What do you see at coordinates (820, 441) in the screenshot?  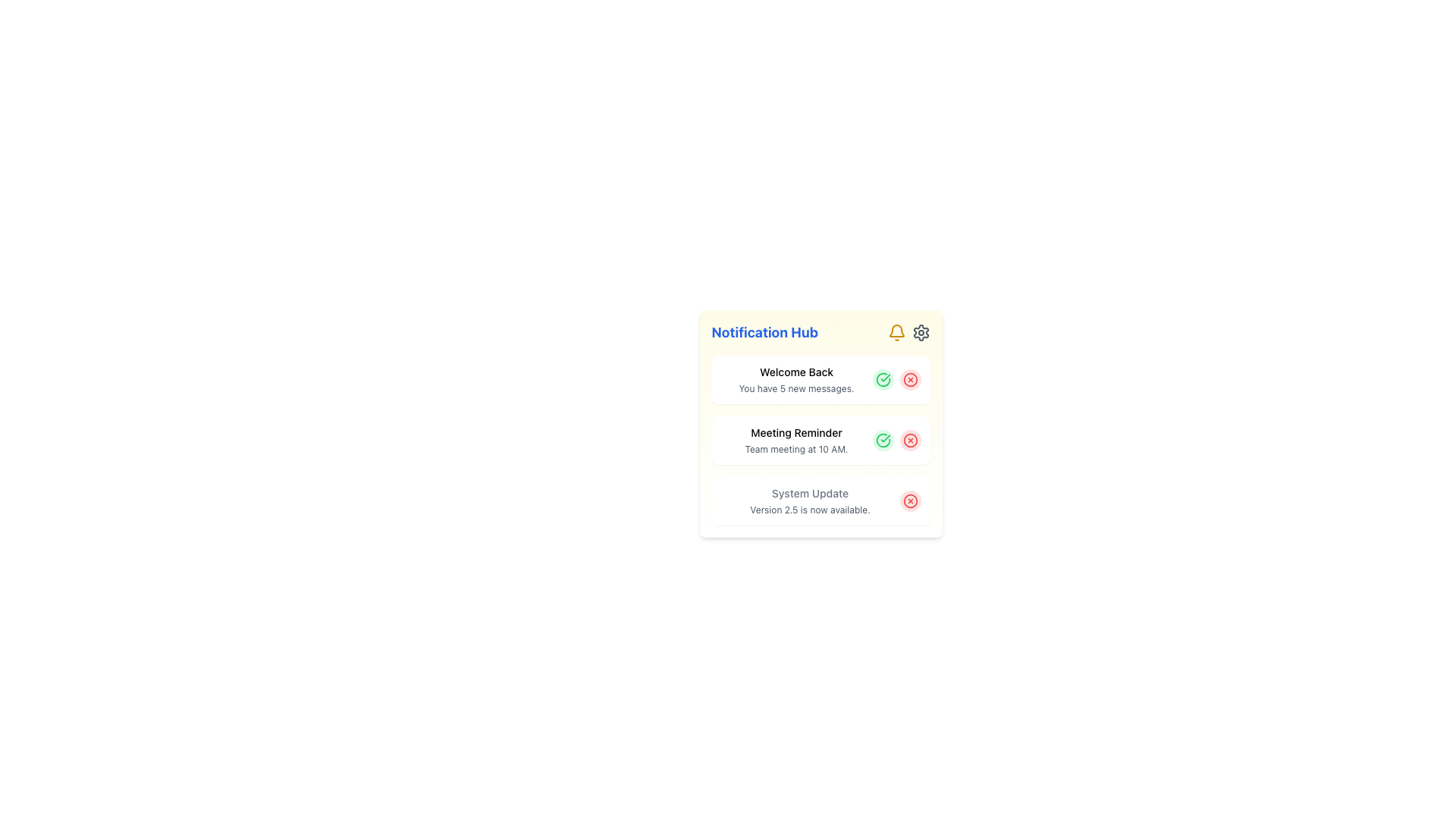 I see `the middle Notification card in the Notification Hub, which provides information about a scheduled team meeting and interactive options` at bounding box center [820, 441].